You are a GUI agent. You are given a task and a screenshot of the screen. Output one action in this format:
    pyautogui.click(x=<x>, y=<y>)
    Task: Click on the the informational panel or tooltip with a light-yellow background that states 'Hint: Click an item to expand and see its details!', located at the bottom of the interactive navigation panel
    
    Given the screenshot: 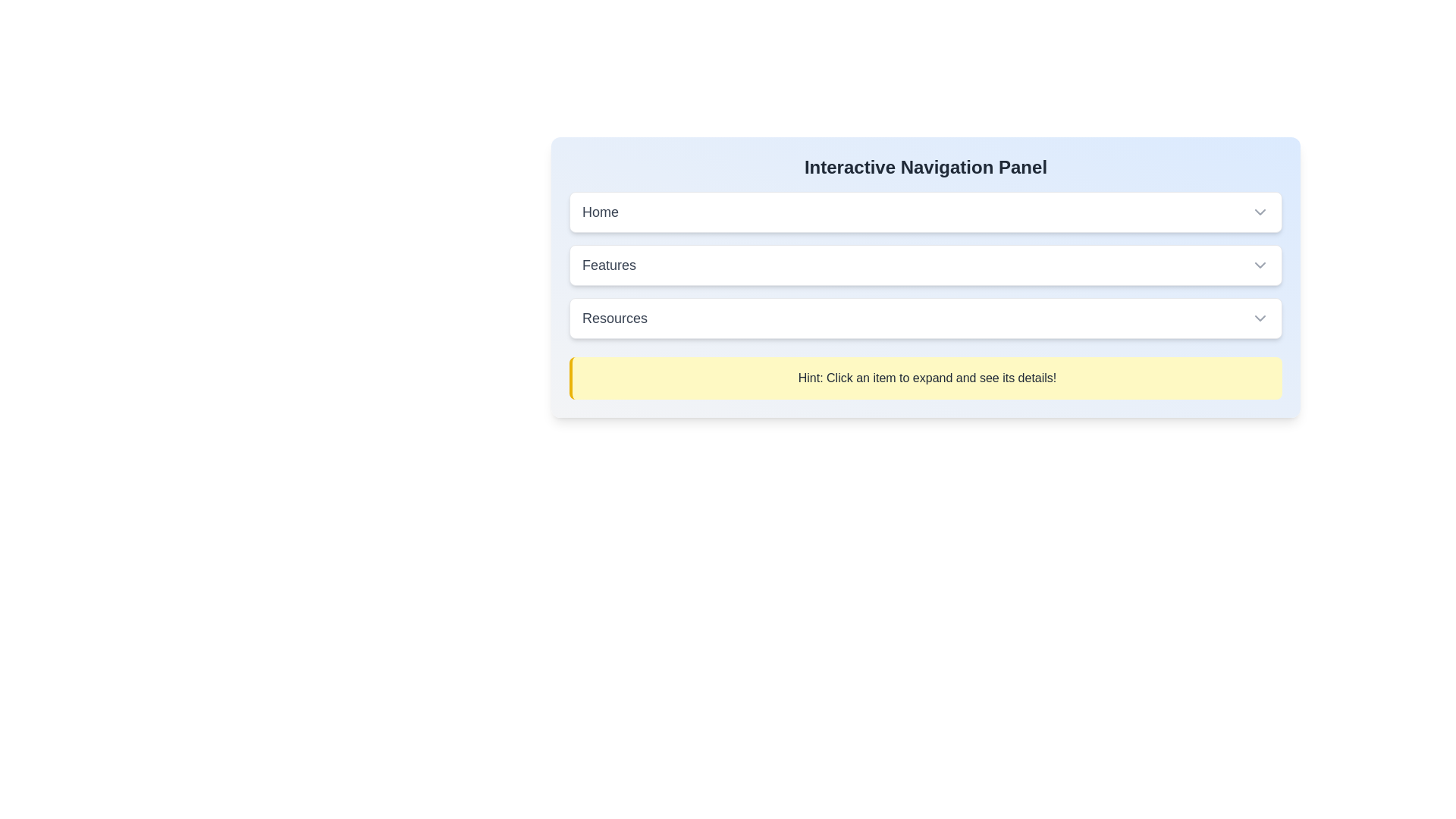 What is the action you would take?
    pyautogui.click(x=924, y=377)
    